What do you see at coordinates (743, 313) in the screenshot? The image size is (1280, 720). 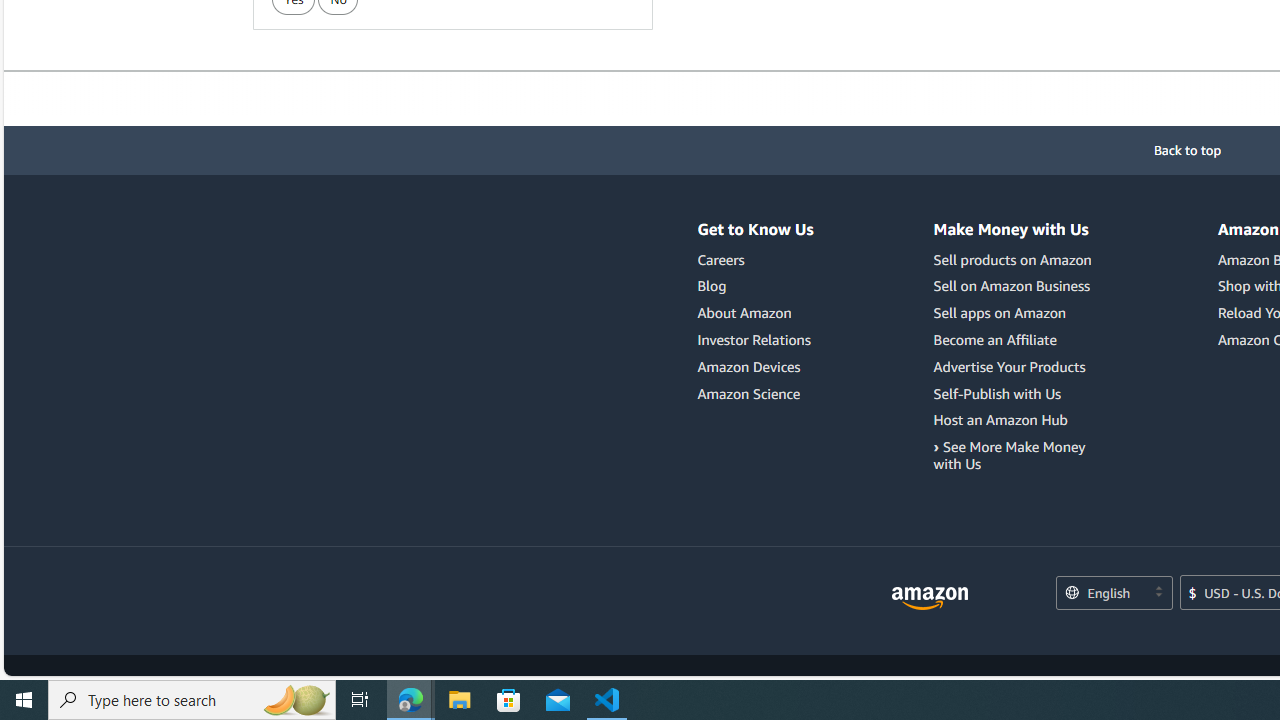 I see `'About Amazon'` at bounding box center [743, 313].